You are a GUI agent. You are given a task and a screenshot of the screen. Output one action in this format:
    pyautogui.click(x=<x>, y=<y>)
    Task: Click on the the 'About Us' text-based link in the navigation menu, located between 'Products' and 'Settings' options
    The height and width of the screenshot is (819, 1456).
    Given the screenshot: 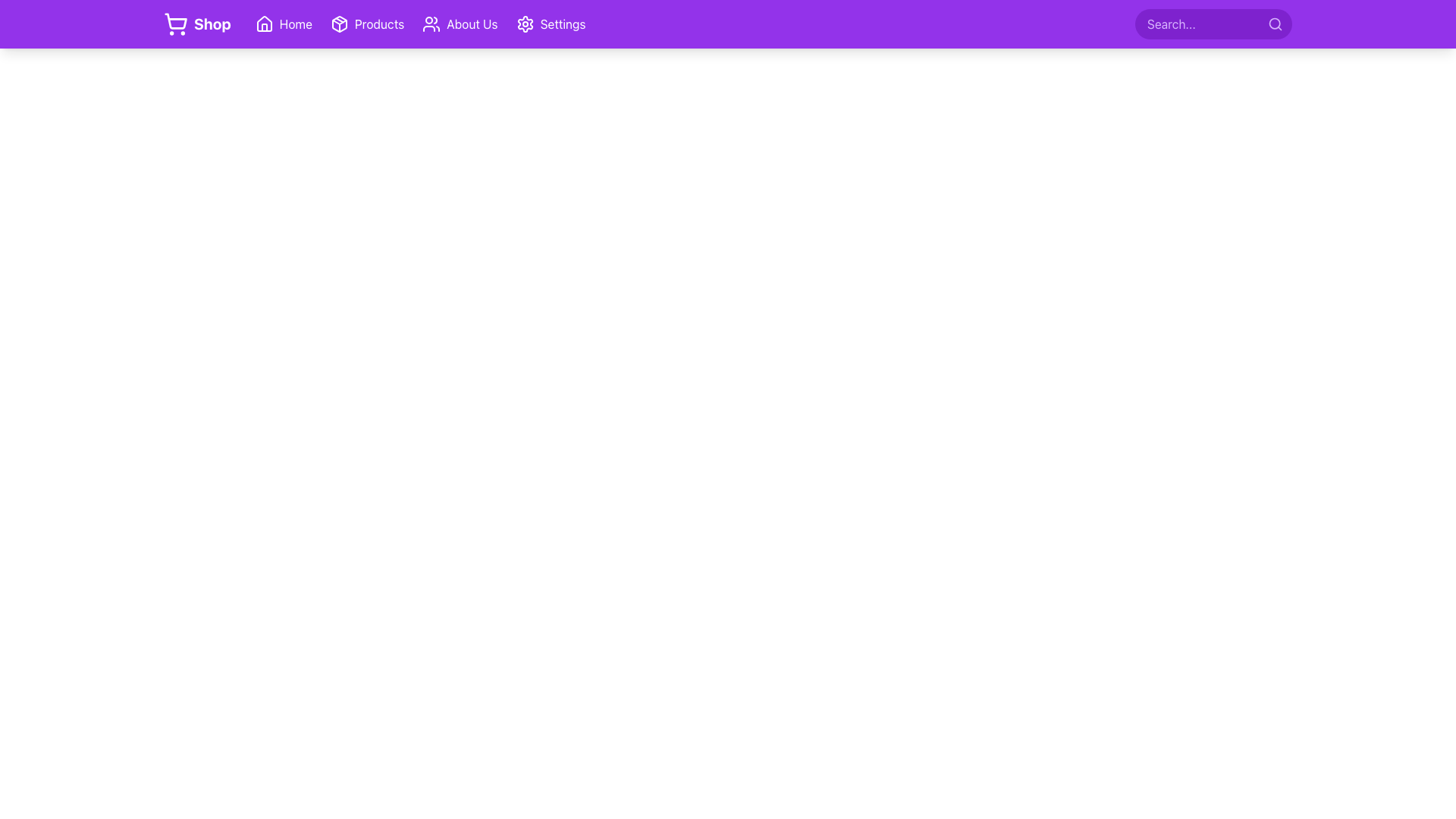 What is the action you would take?
    pyautogui.click(x=471, y=24)
    